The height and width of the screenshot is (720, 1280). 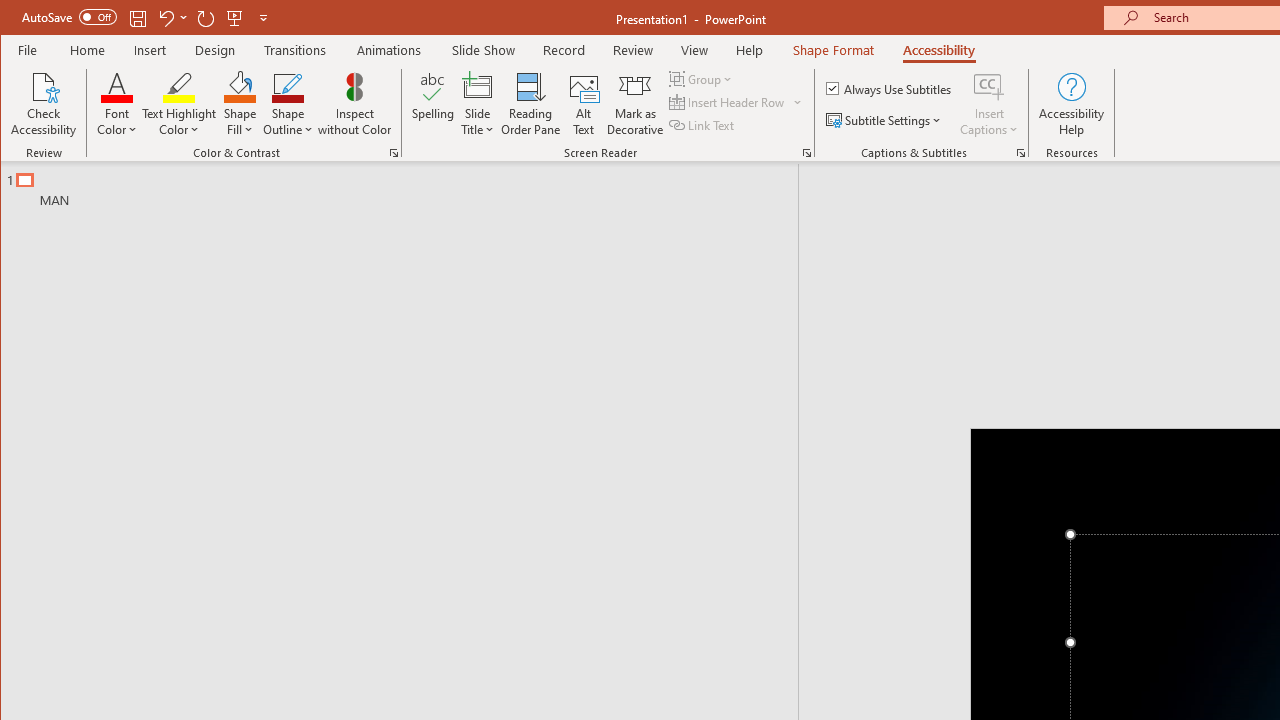 What do you see at coordinates (989, 85) in the screenshot?
I see `'Insert Captions'` at bounding box center [989, 85].